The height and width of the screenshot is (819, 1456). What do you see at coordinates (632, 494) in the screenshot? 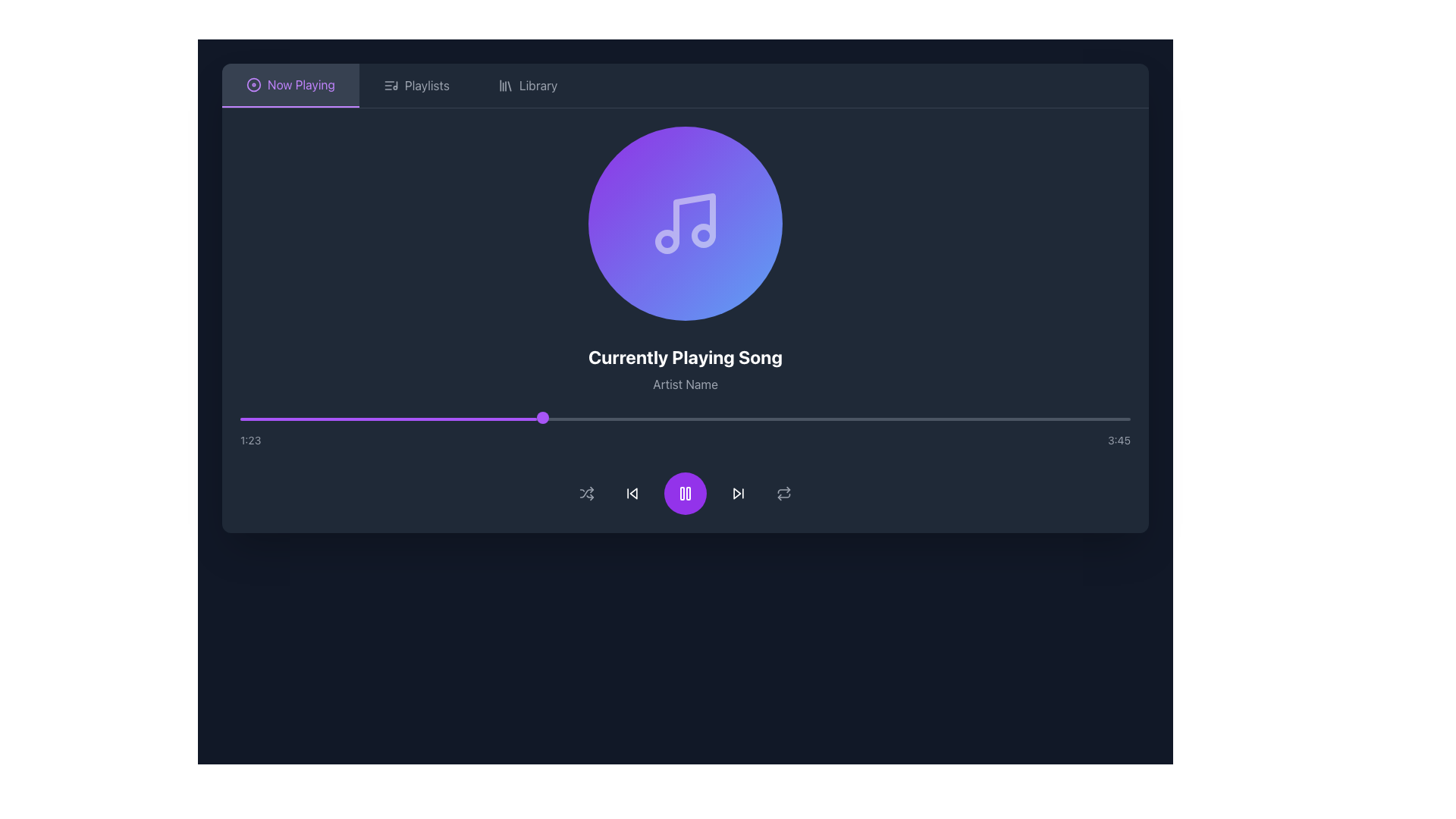
I see `the 'previous' button with an icon of two triangles pointing leftwards, located between the shuffle and play/pause buttons` at bounding box center [632, 494].